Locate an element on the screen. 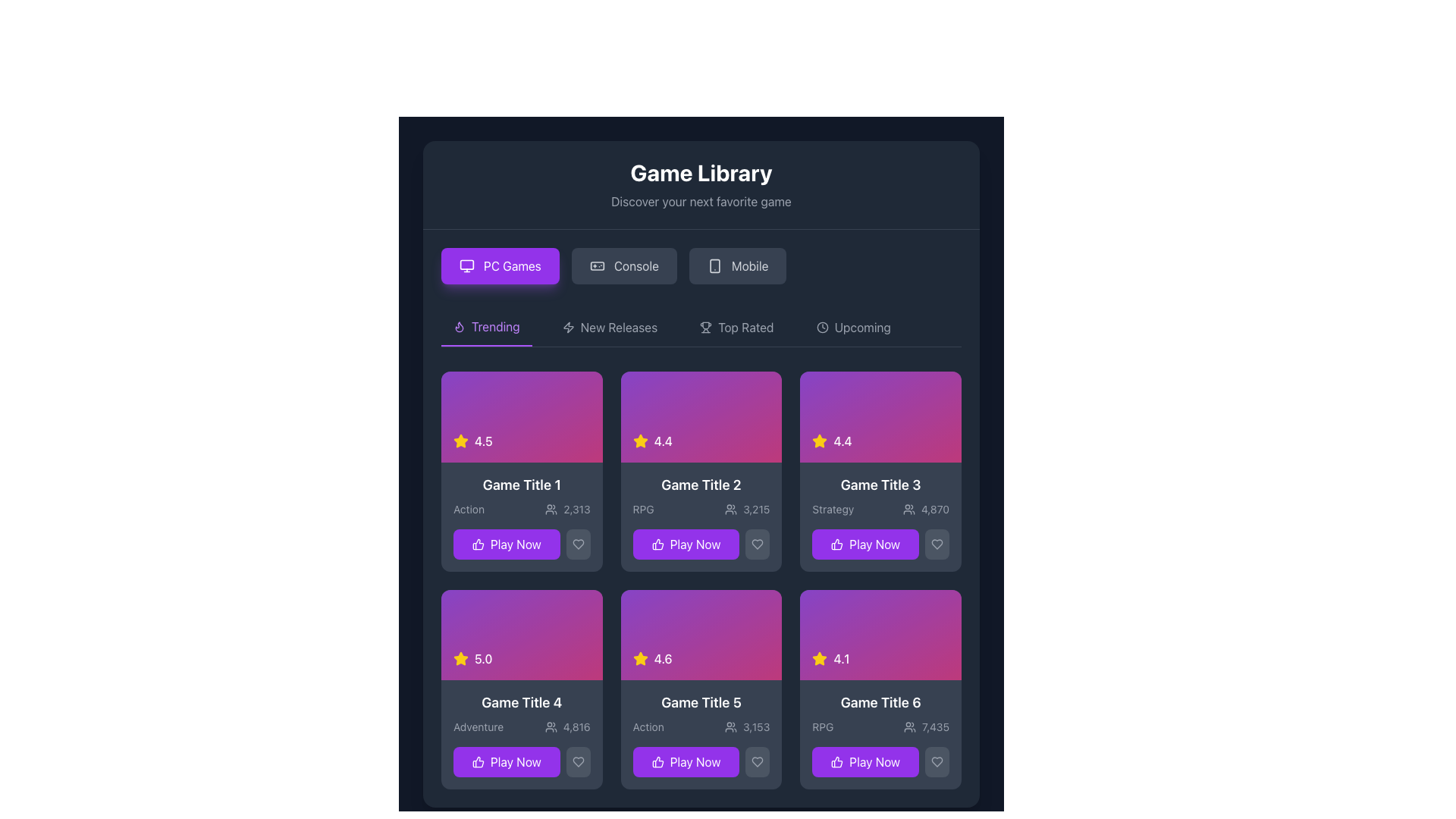  the heart icon in the bottom right corner of the card for 'Game Title 2' is located at coordinates (758, 543).